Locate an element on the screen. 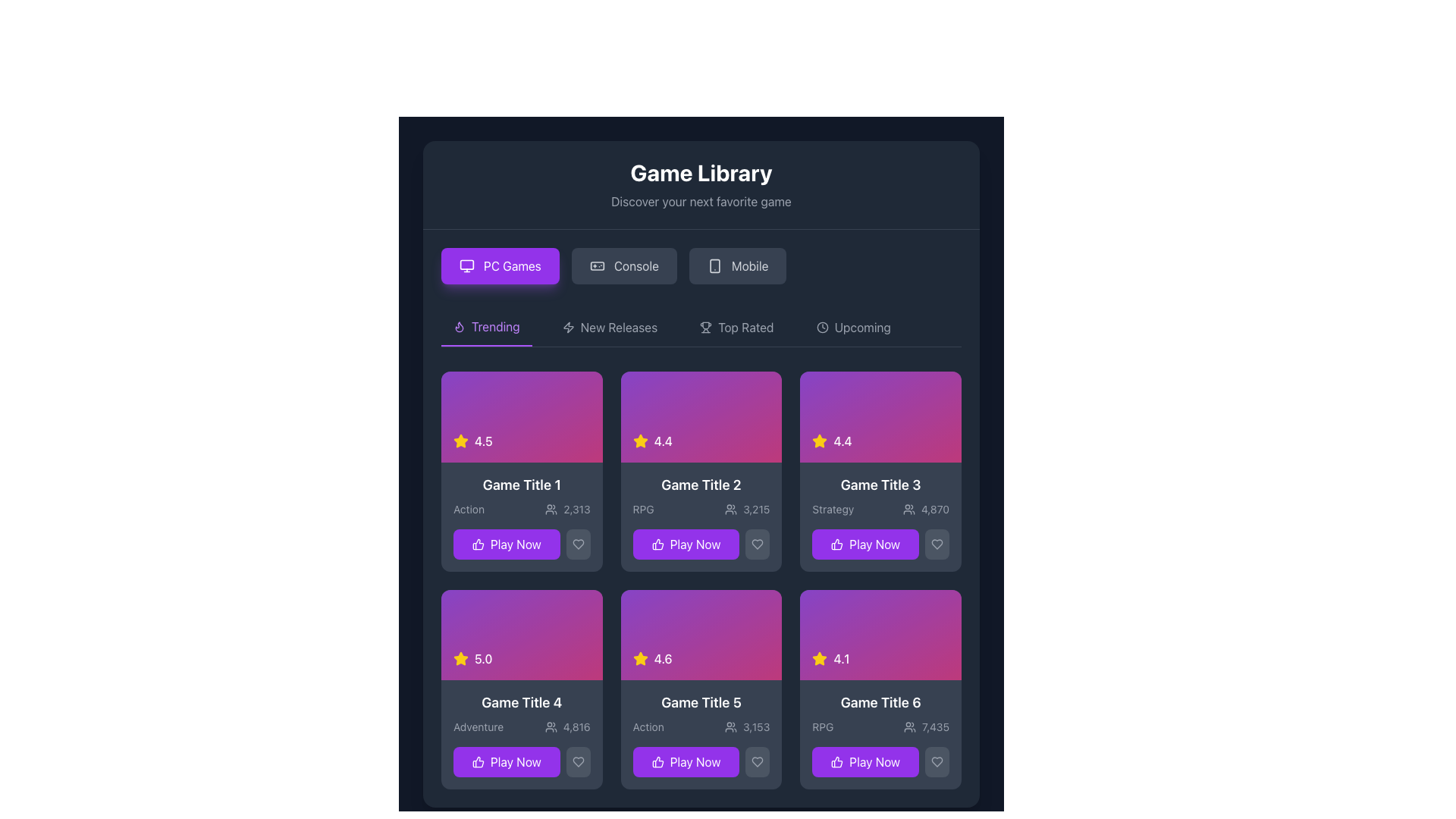  the heart icon in the bottom right corner of the card for 'Game Title 2' is located at coordinates (758, 543).